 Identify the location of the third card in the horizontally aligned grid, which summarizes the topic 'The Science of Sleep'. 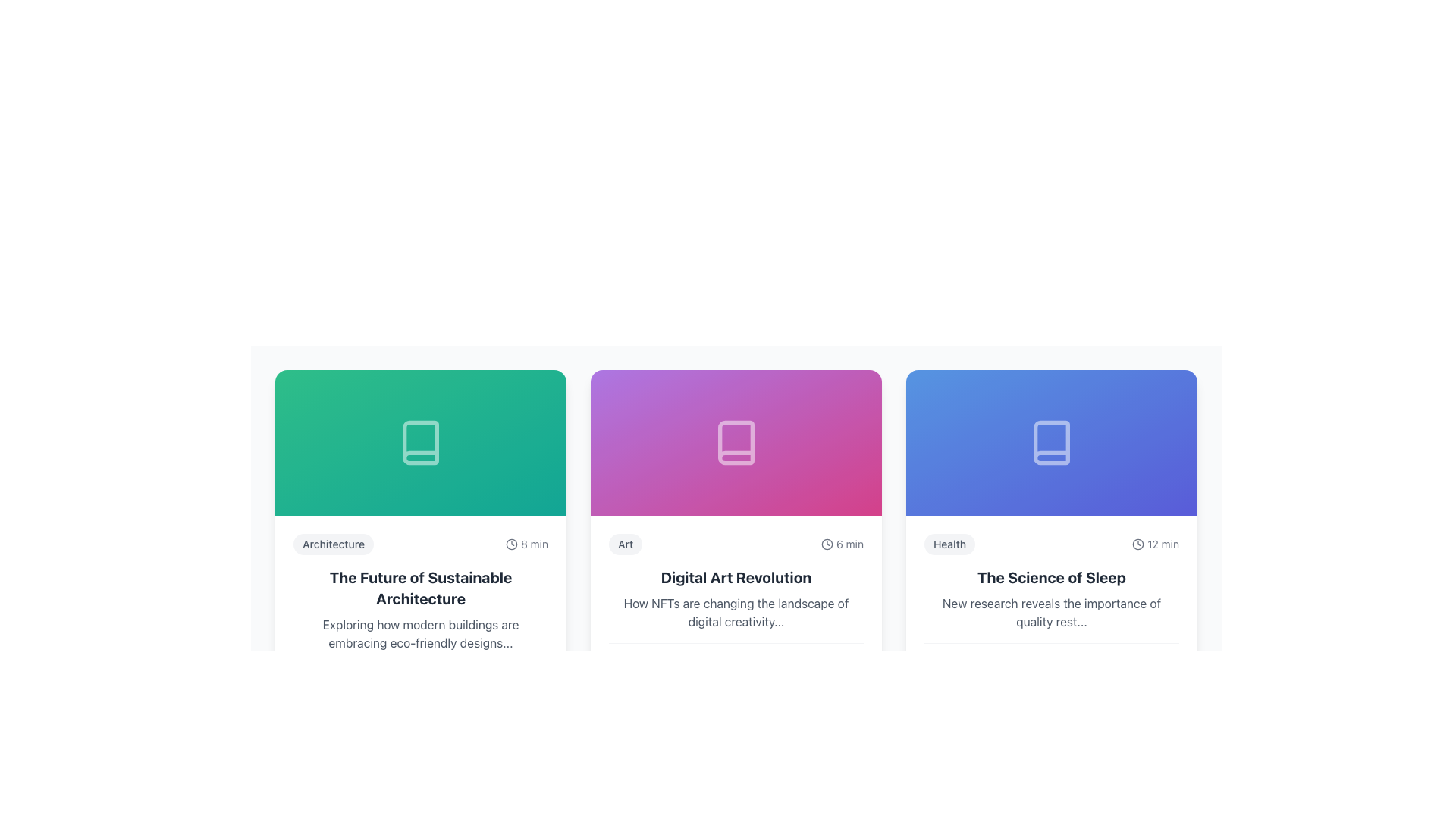
(1051, 546).